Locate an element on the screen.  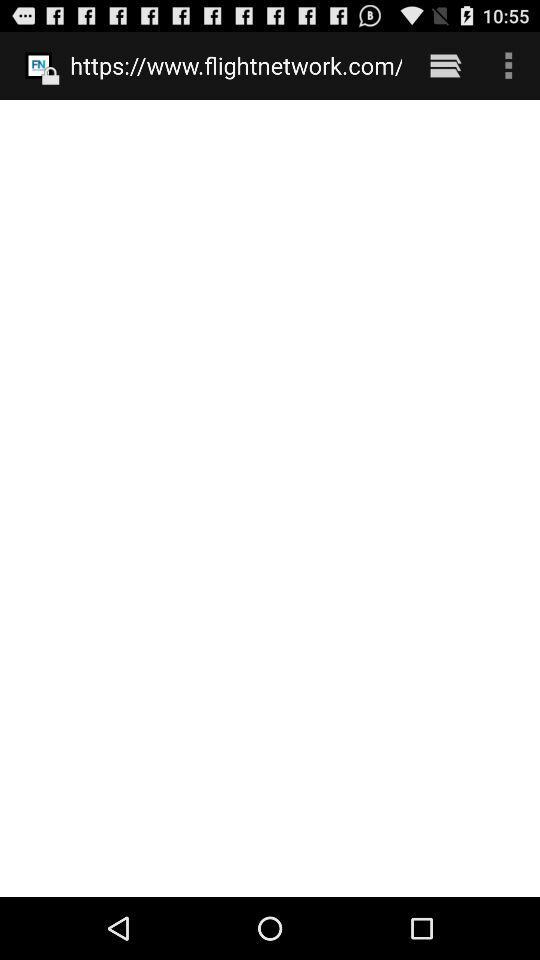
the item next to https www flightnetwork icon is located at coordinates (445, 65).